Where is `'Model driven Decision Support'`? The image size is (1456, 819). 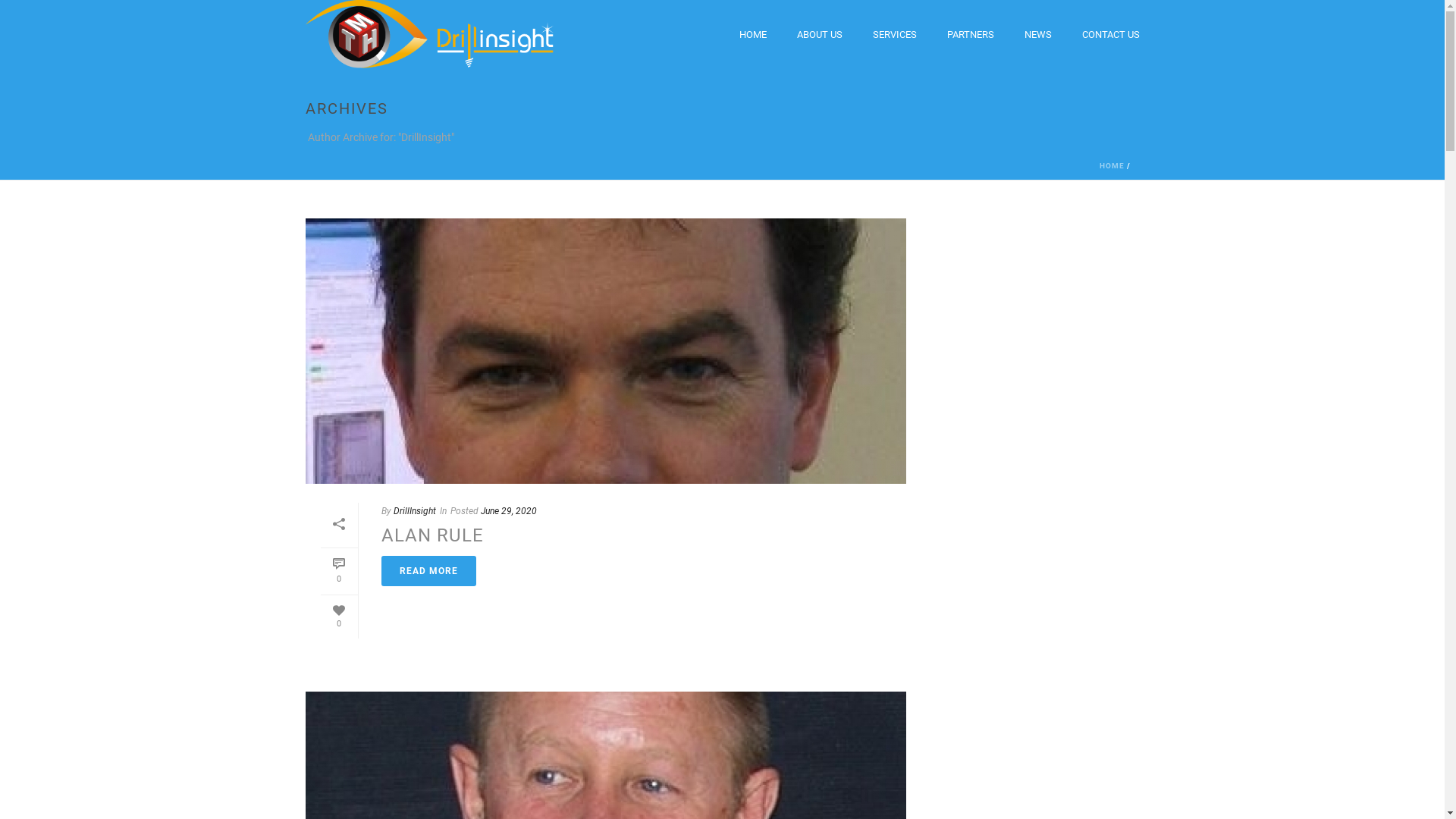 'Model driven Decision Support' is located at coordinates (428, 34).